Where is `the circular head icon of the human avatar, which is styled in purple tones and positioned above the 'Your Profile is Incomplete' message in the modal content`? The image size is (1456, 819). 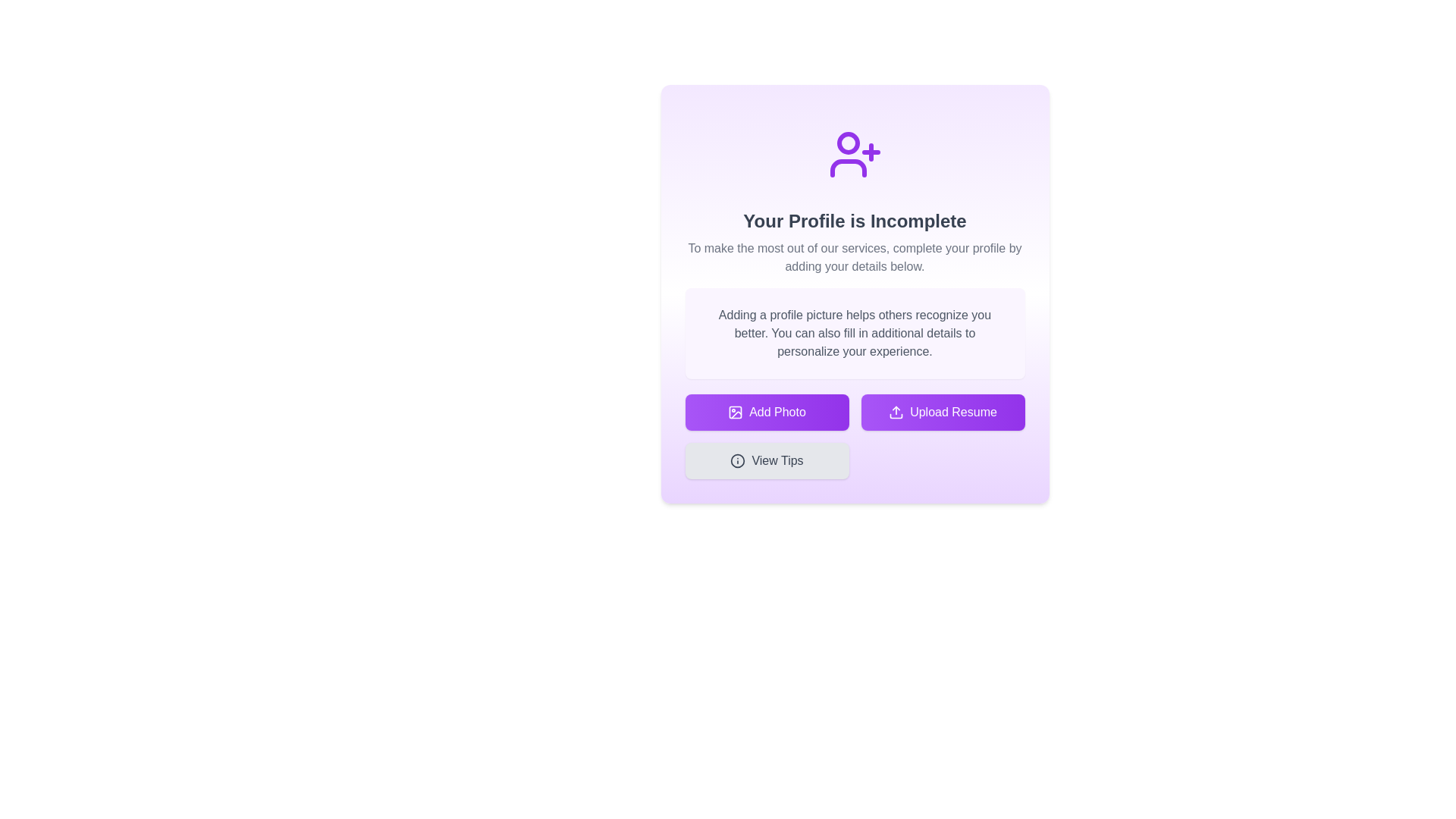
the circular head icon of the human avatar, which is styled in purple tones and positioned above the 'Your Profile is Incomplete' message in the modal content is located at coordinates (847, 143).